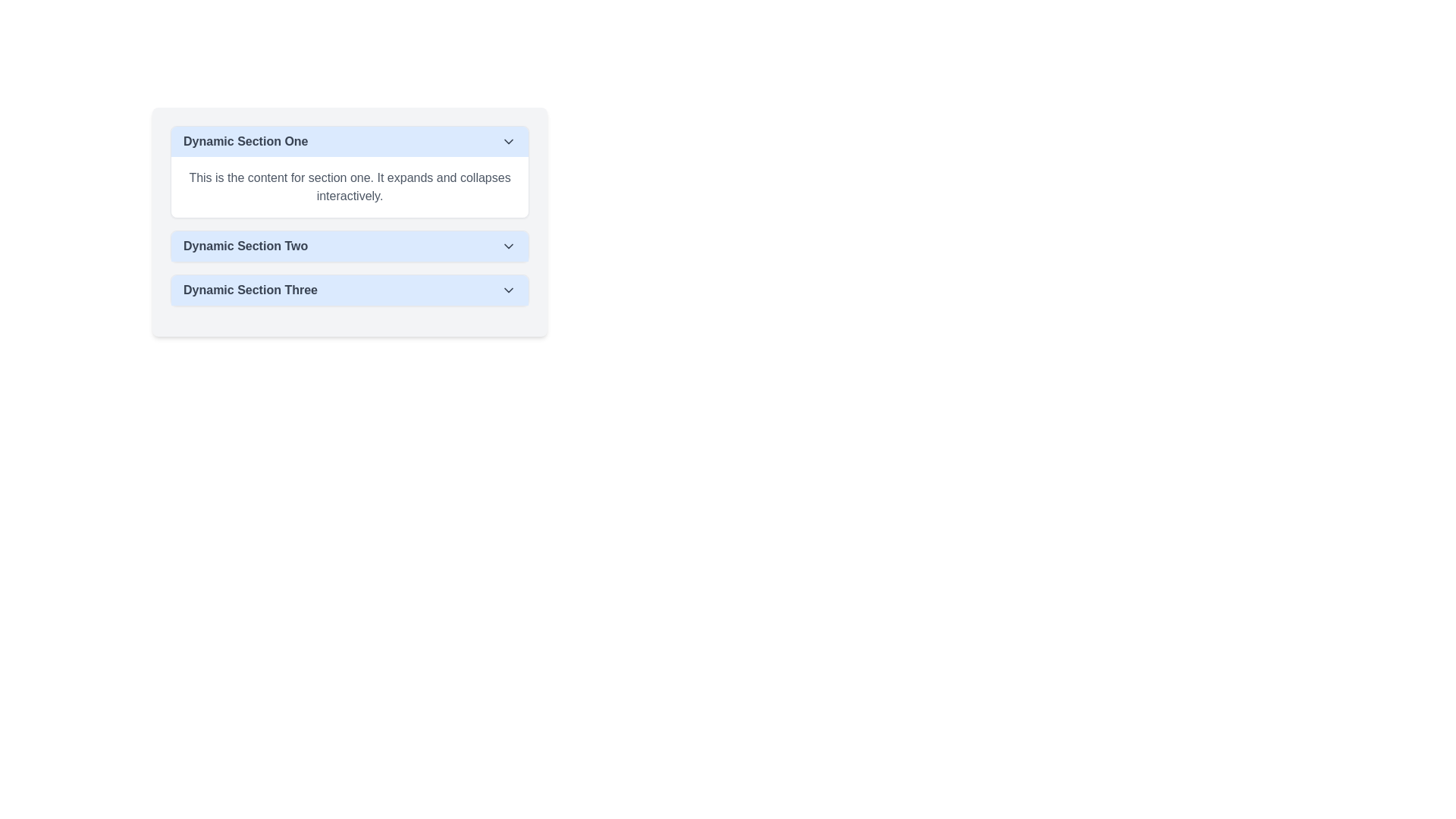 This screenshot has width=1456, height=819. Describe the element at coordinates (509, 245) in the screenshot. I see `the downward-pointing chevron icon located to the right of the text 'Dynamic Section Two' in the collapsible section header` at that location.